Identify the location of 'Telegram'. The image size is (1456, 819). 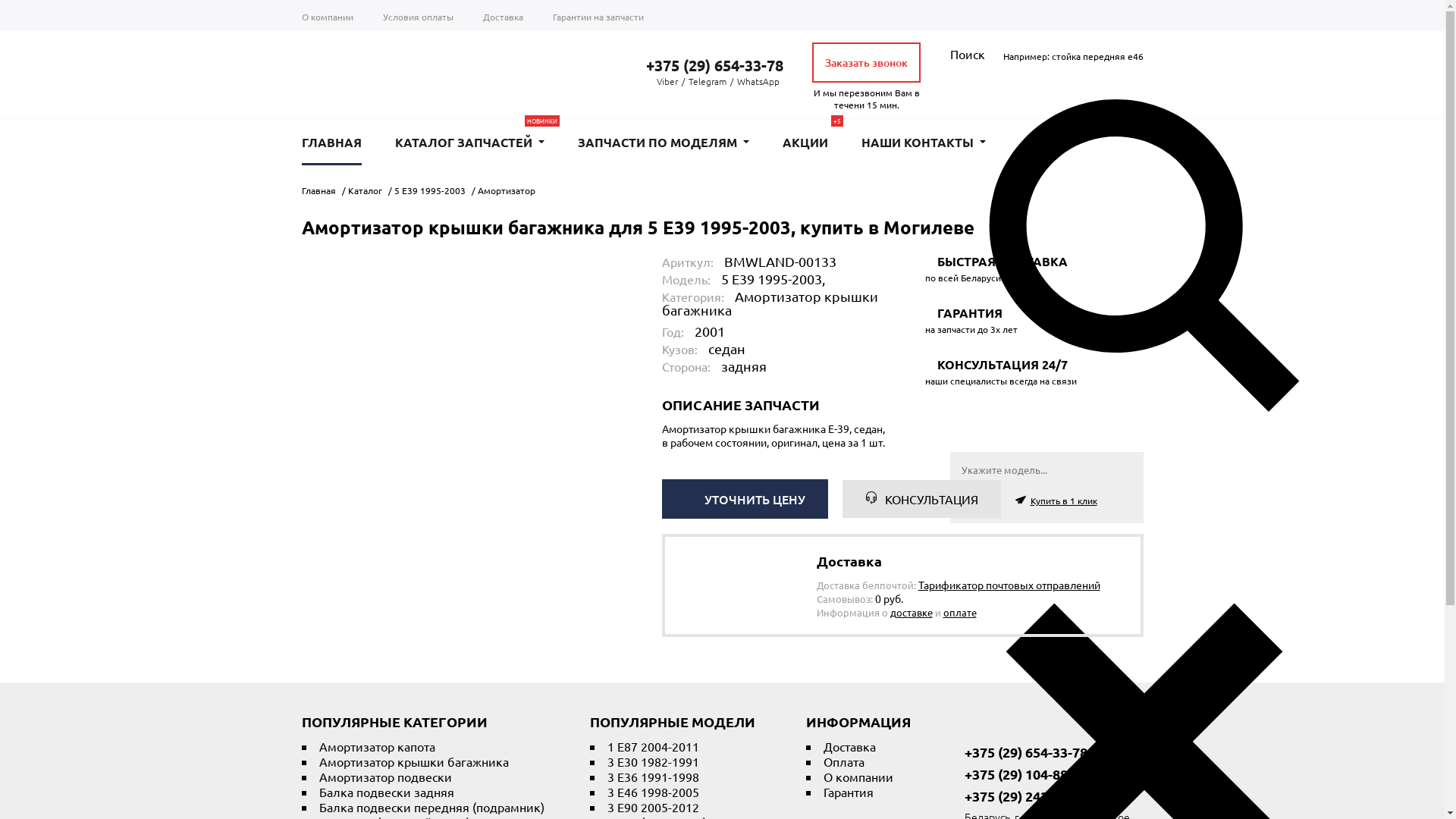
(687, 81).